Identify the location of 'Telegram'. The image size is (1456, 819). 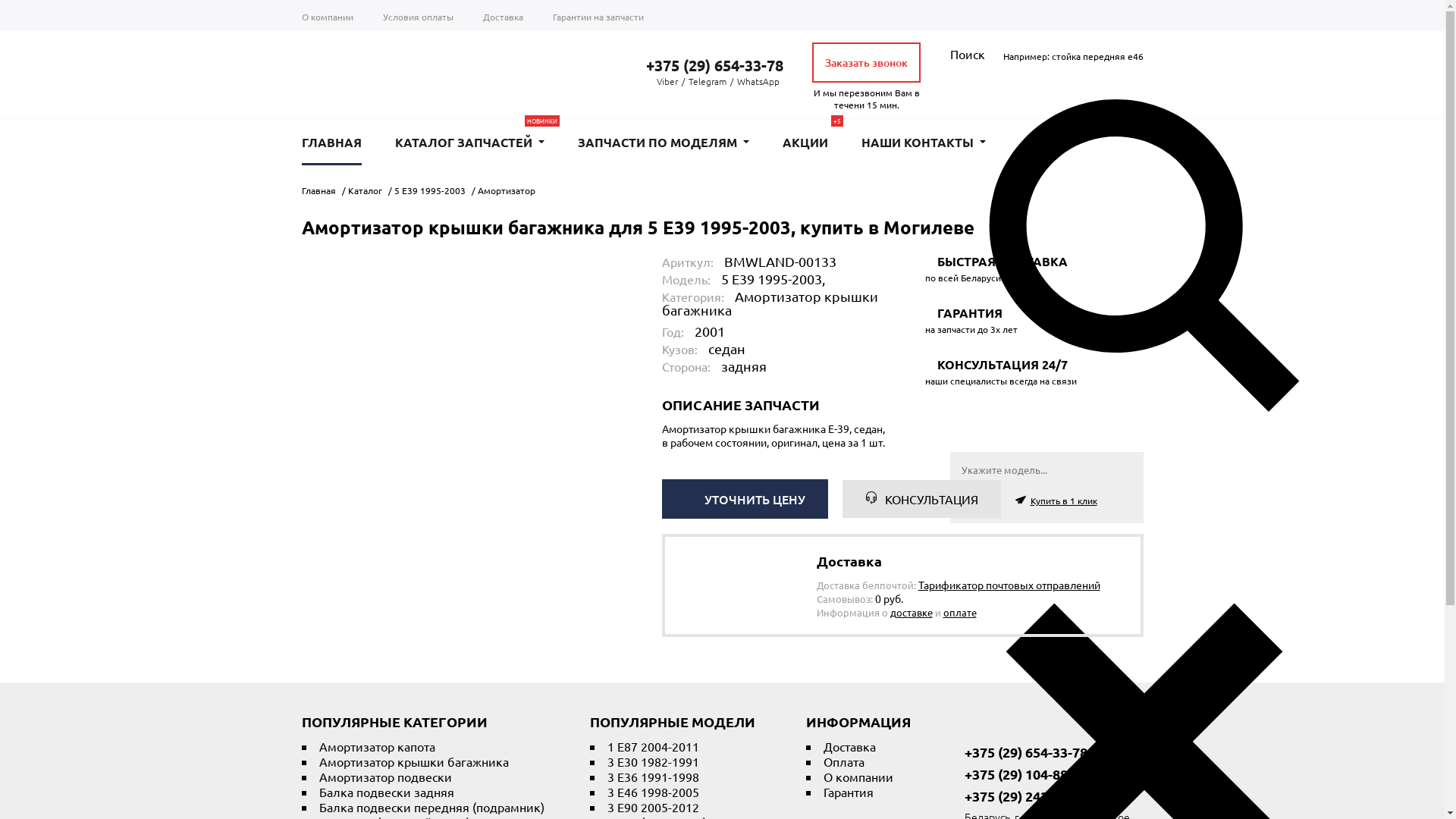
(687, 81).